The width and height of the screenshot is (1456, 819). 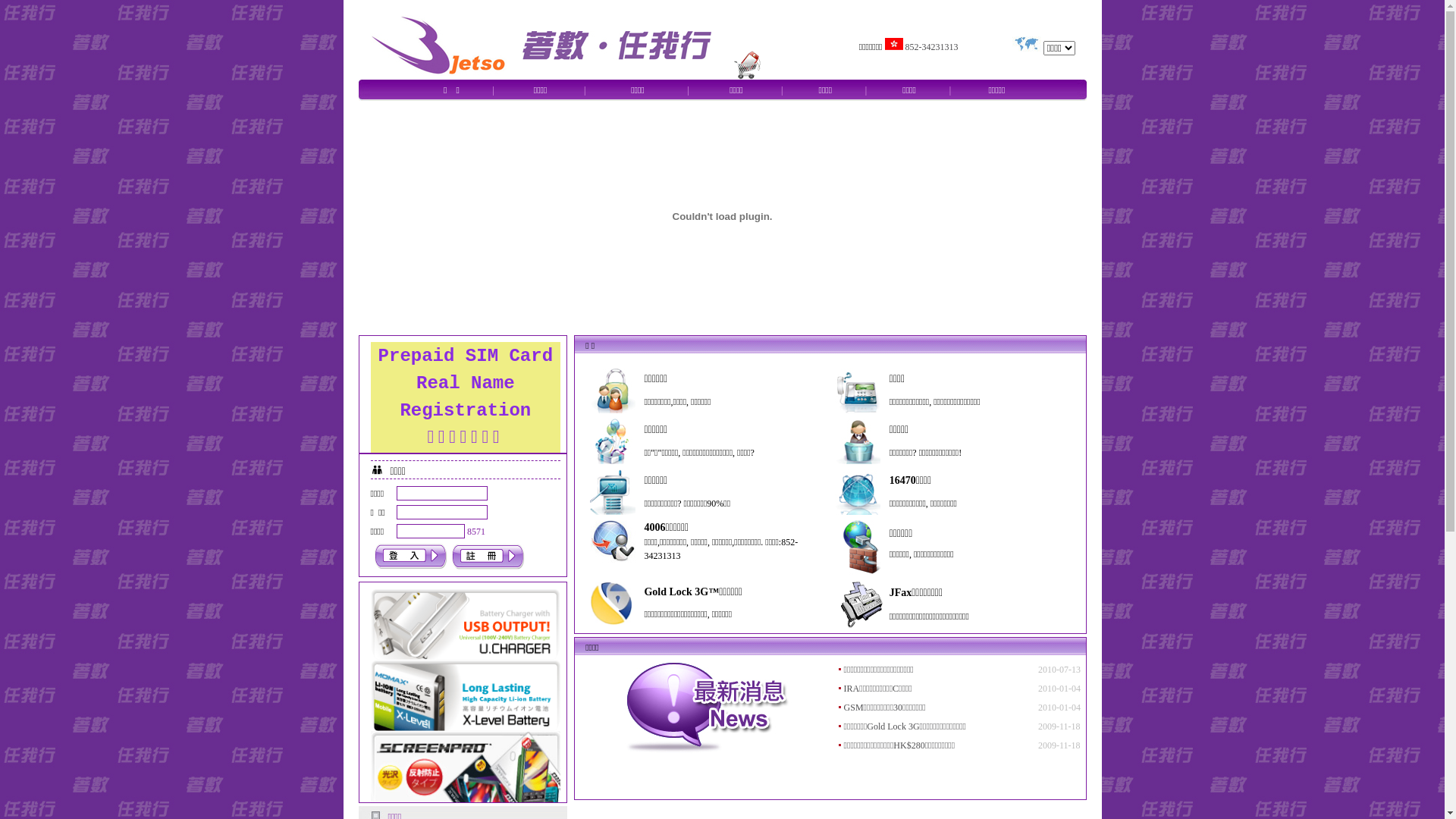 I want to click on '852-34231313', so click(x=930, y=45).